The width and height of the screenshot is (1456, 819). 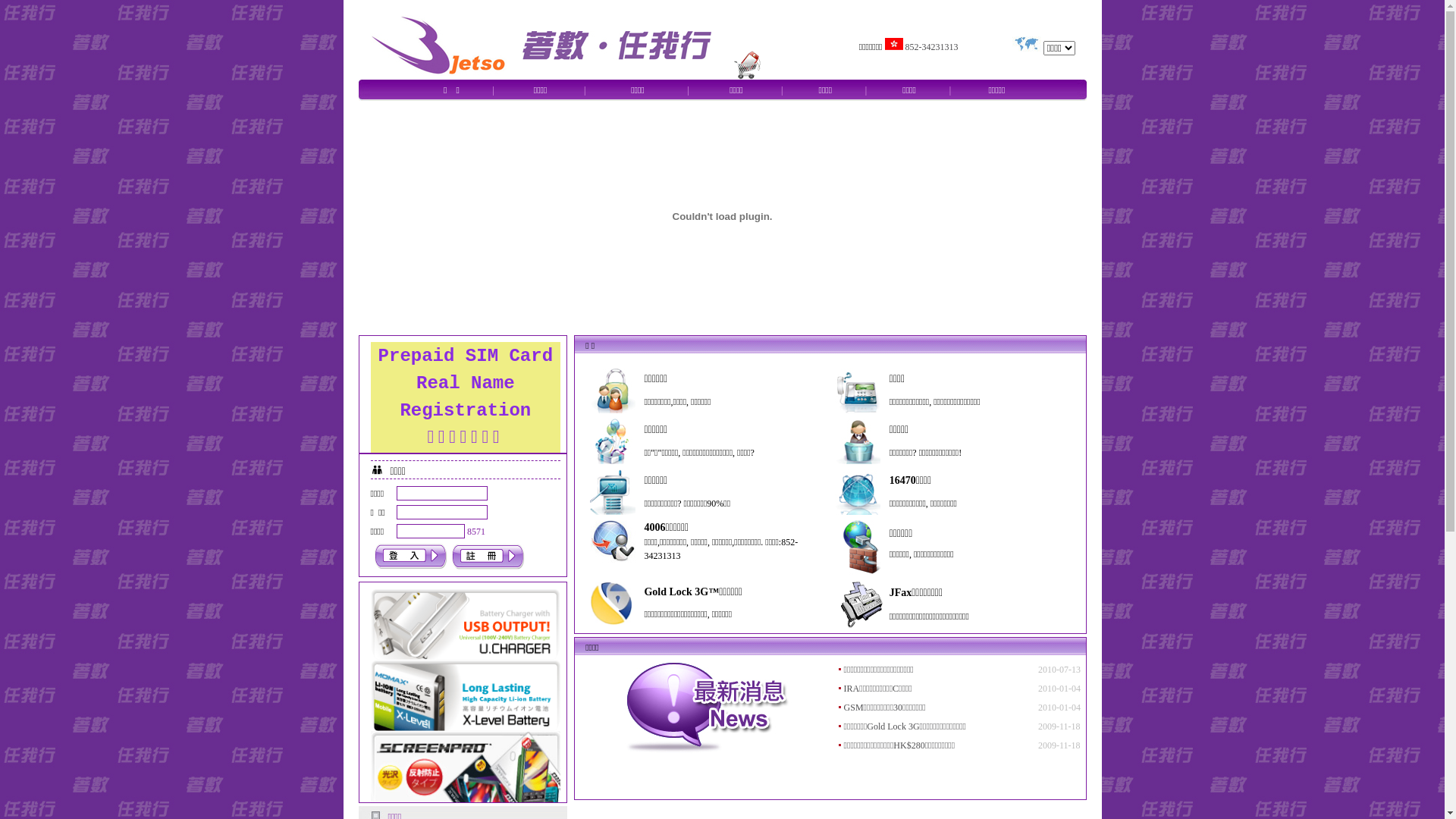 I want to click on '852-34231313', so click(x=930, y=45).